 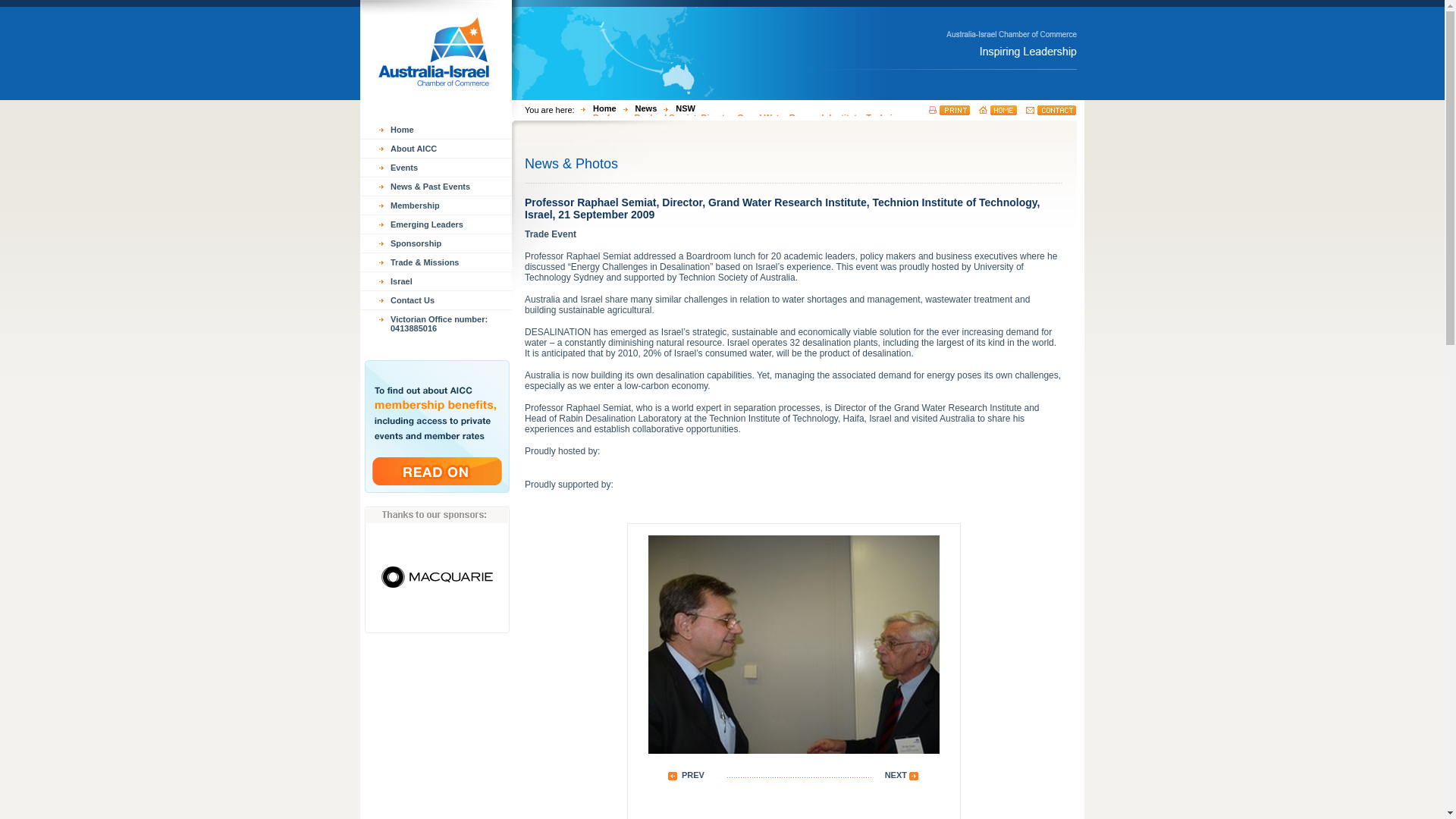 What do you see at coordinates (365, 573) in the screenshot?
I see `'Personal Banking Australia | Bank with Macquarie'` at bounding box center [365, 573].